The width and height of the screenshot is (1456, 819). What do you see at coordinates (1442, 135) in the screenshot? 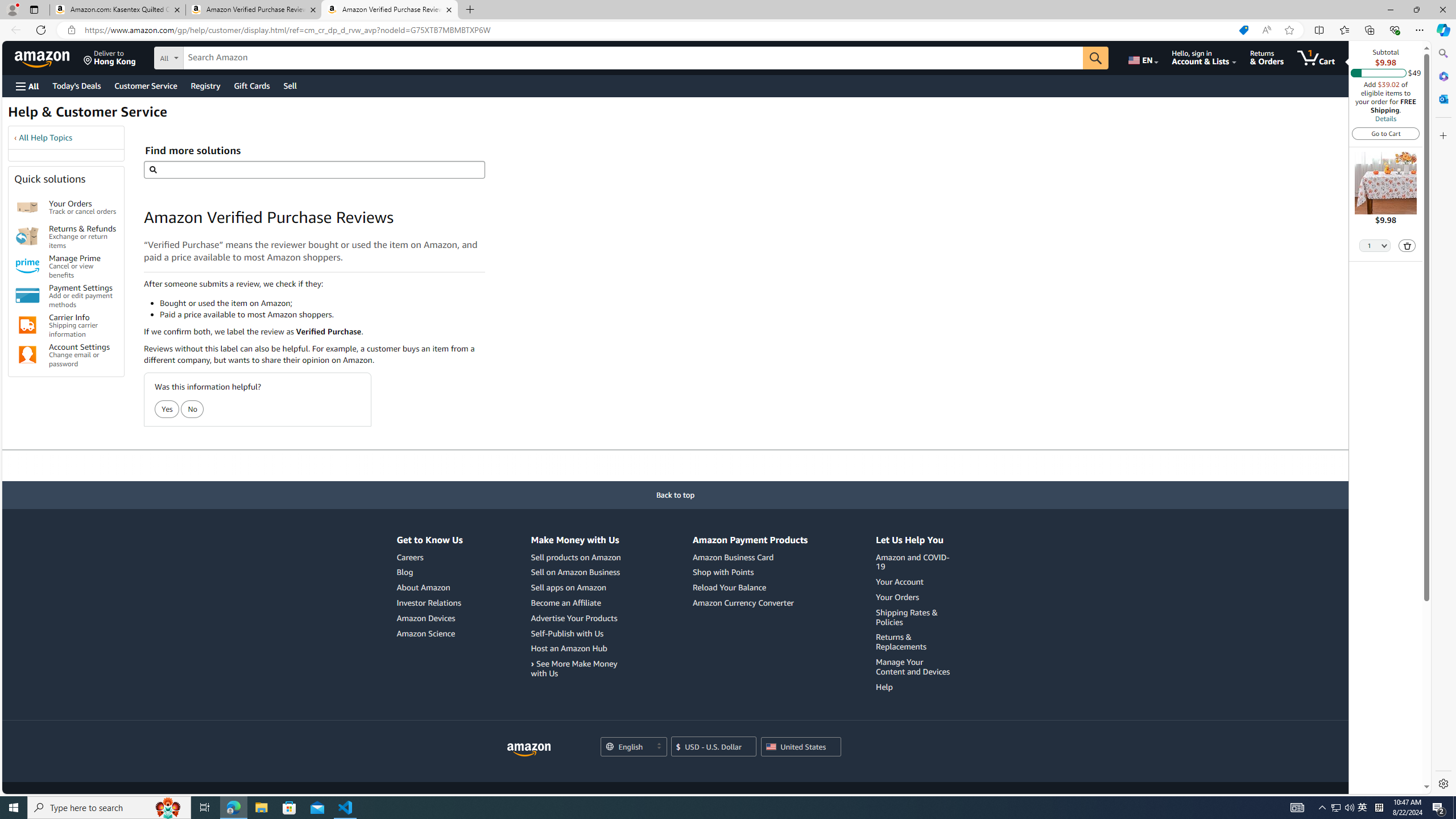
I see `'Customize'` at bounding box center [1442, 135].